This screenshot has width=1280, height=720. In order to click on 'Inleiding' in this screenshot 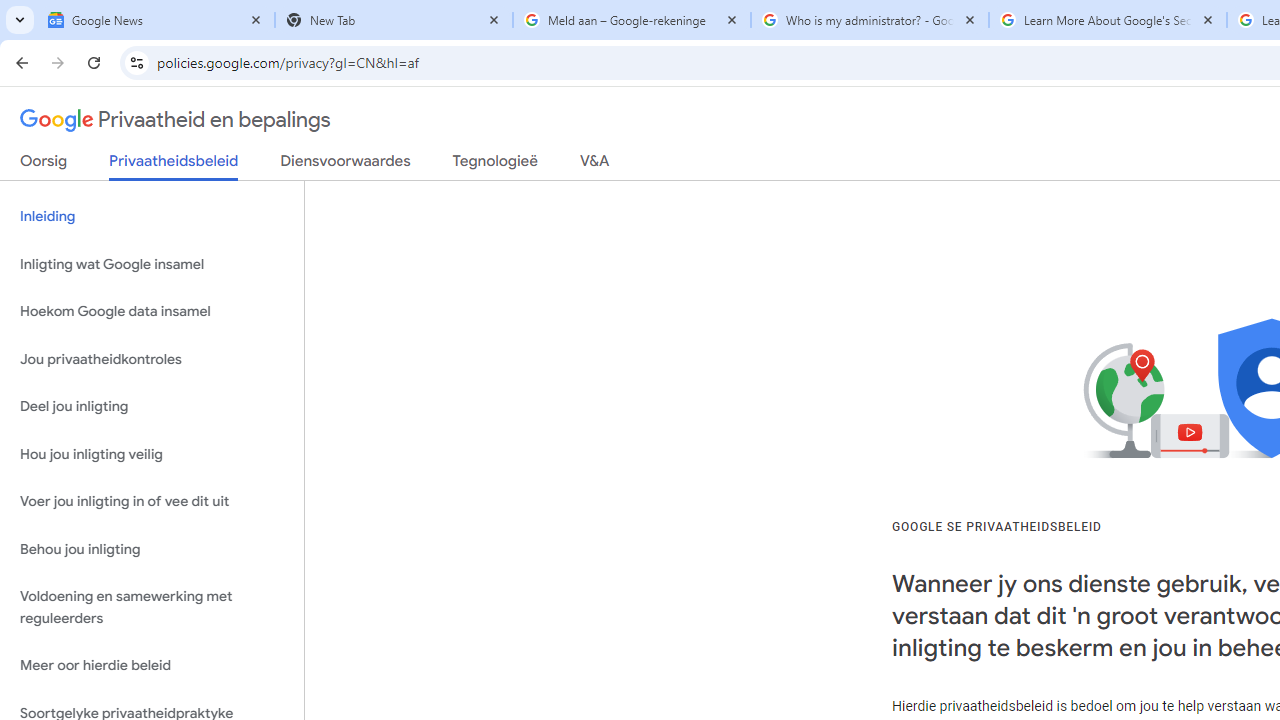, I will do `click(151, 217)`.